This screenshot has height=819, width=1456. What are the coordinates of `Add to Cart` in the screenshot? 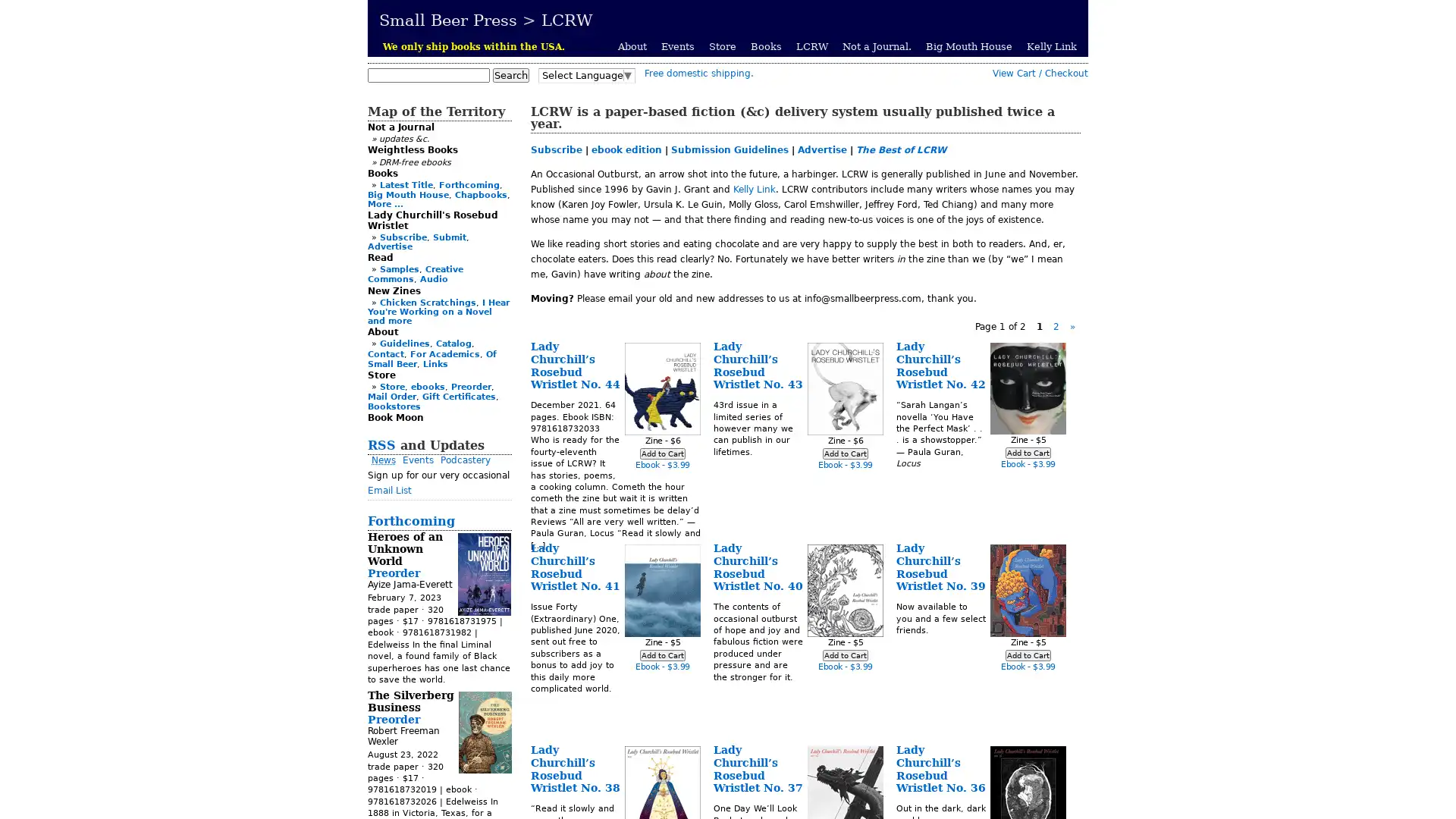 It's located at (662, 452).